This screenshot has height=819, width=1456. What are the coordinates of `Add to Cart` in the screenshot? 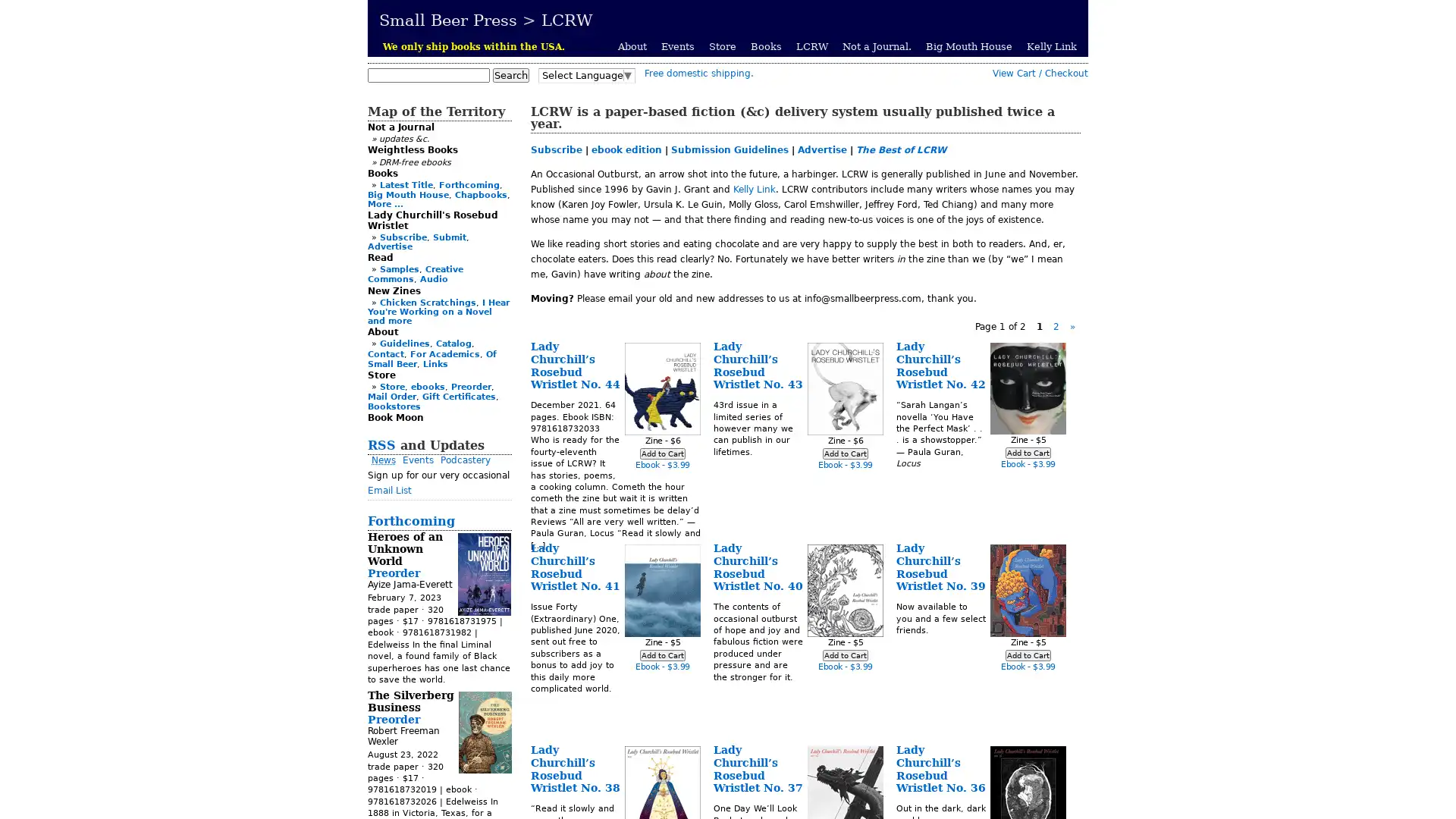 It's located at (662, 452).